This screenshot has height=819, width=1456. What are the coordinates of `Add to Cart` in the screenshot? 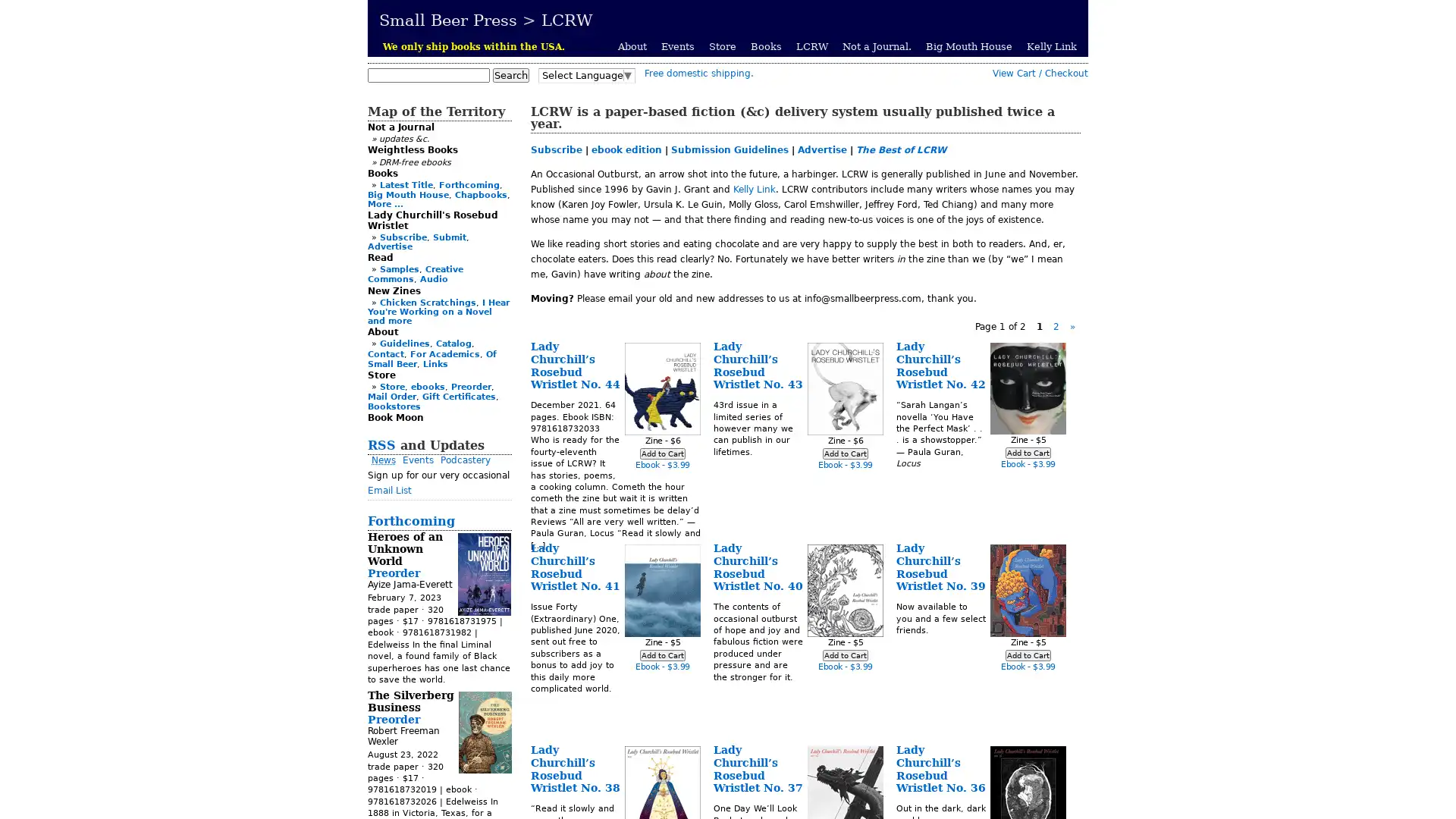 It's located at (662, 452).